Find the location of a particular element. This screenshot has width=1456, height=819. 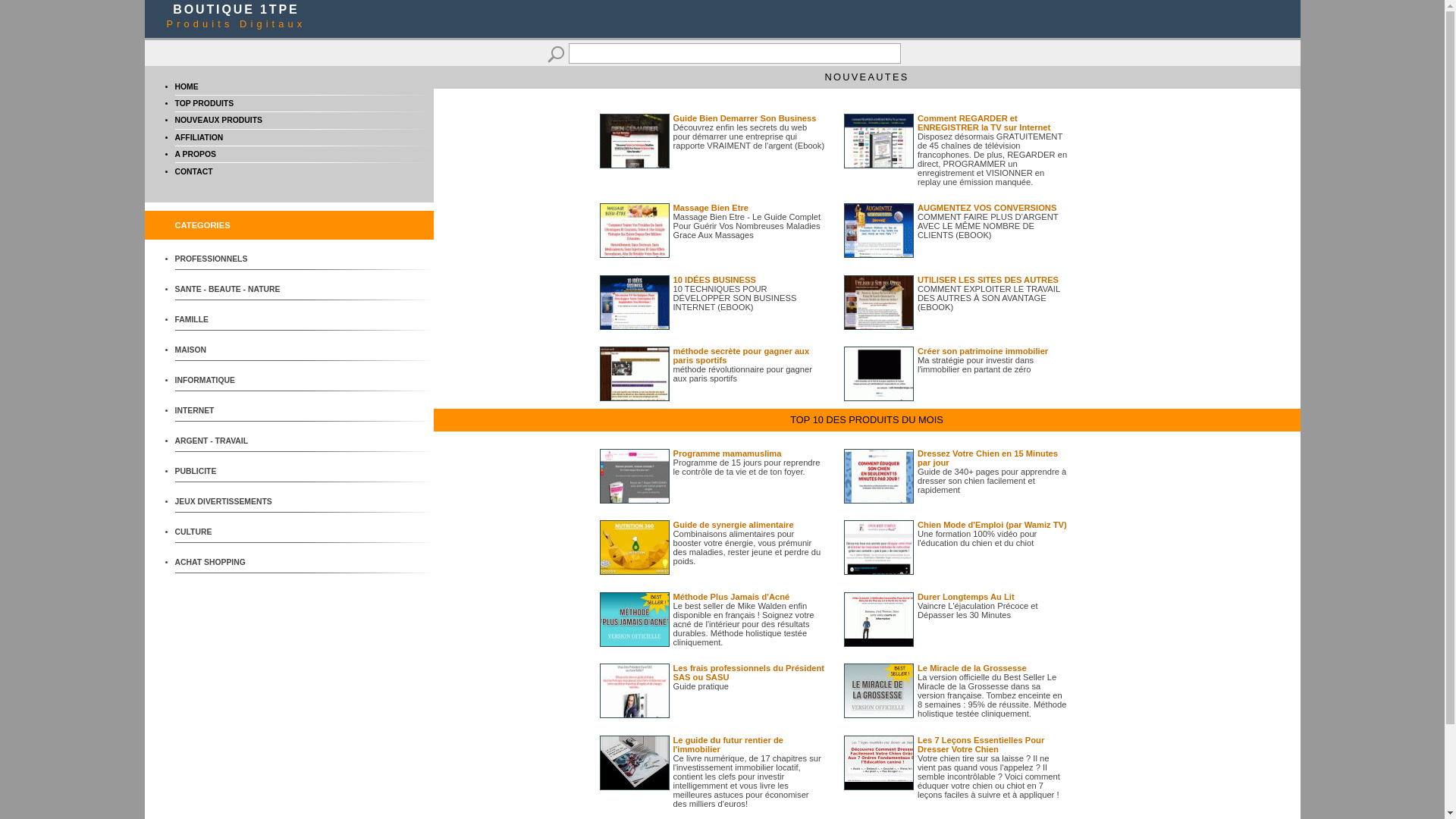

'ARGENT - TRAVAIL' is located at coordinates (231, 441).